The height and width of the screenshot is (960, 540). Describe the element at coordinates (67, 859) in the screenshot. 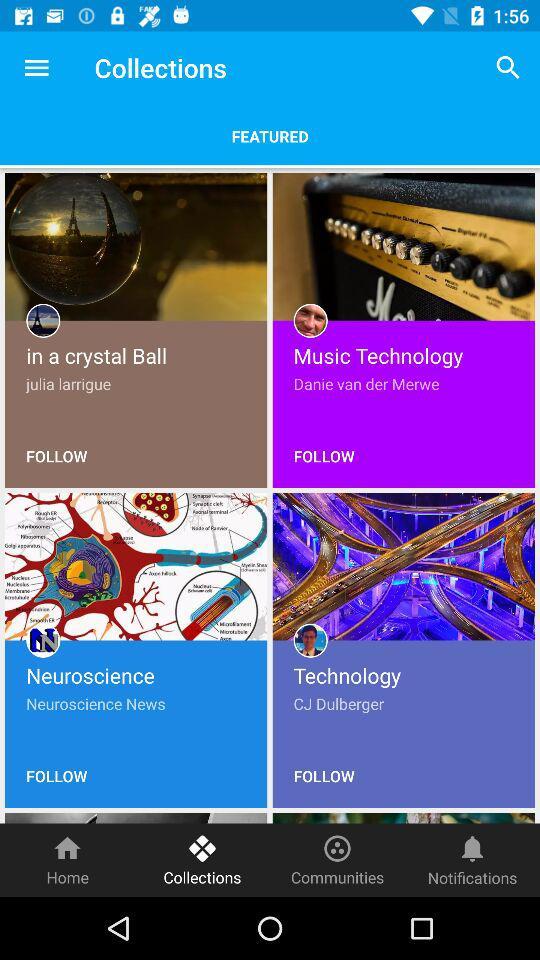

I see `home item` at that location.